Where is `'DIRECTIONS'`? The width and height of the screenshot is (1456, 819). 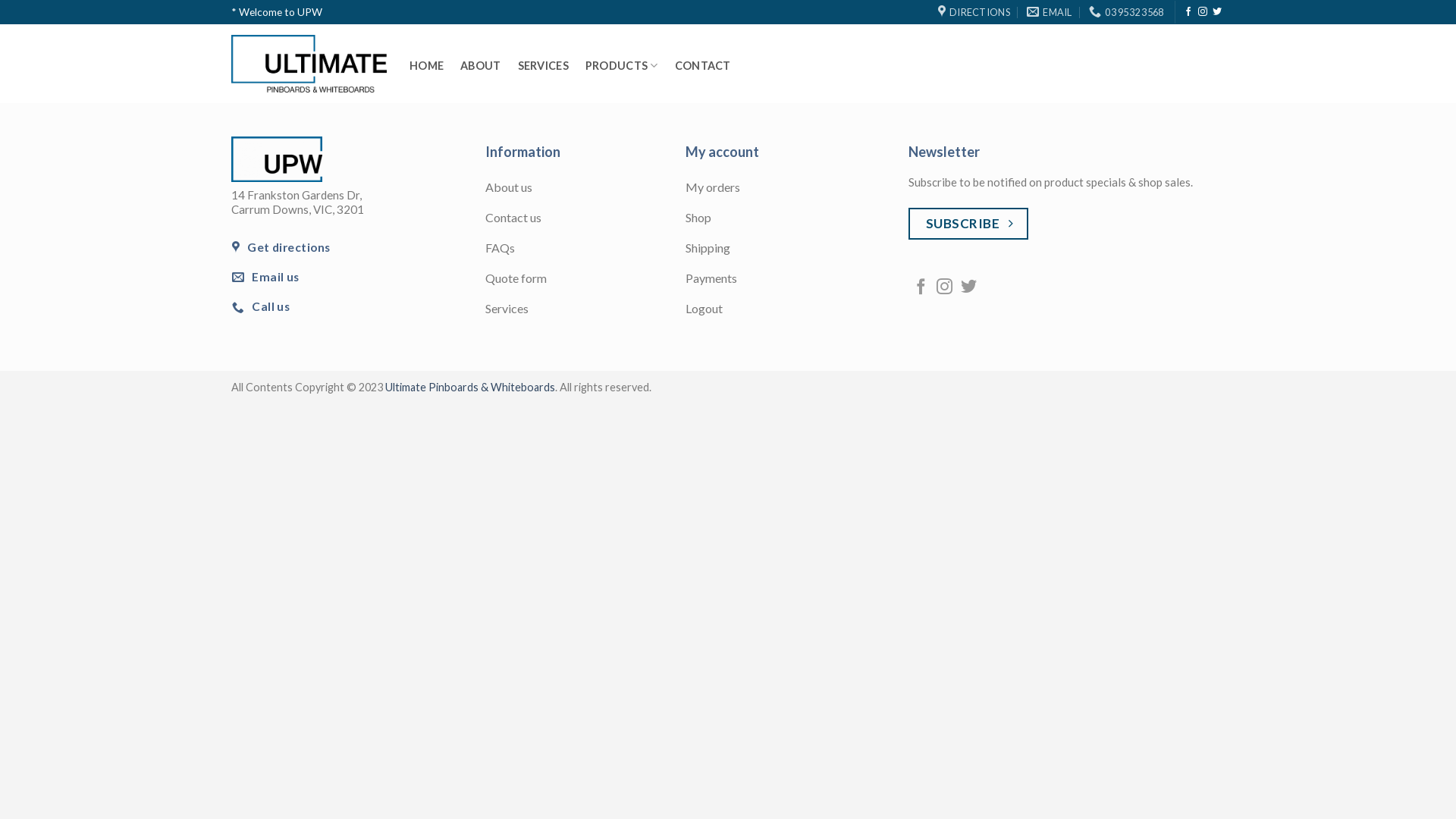
'DIRECTIONS' is located at coordinates (974, 11).